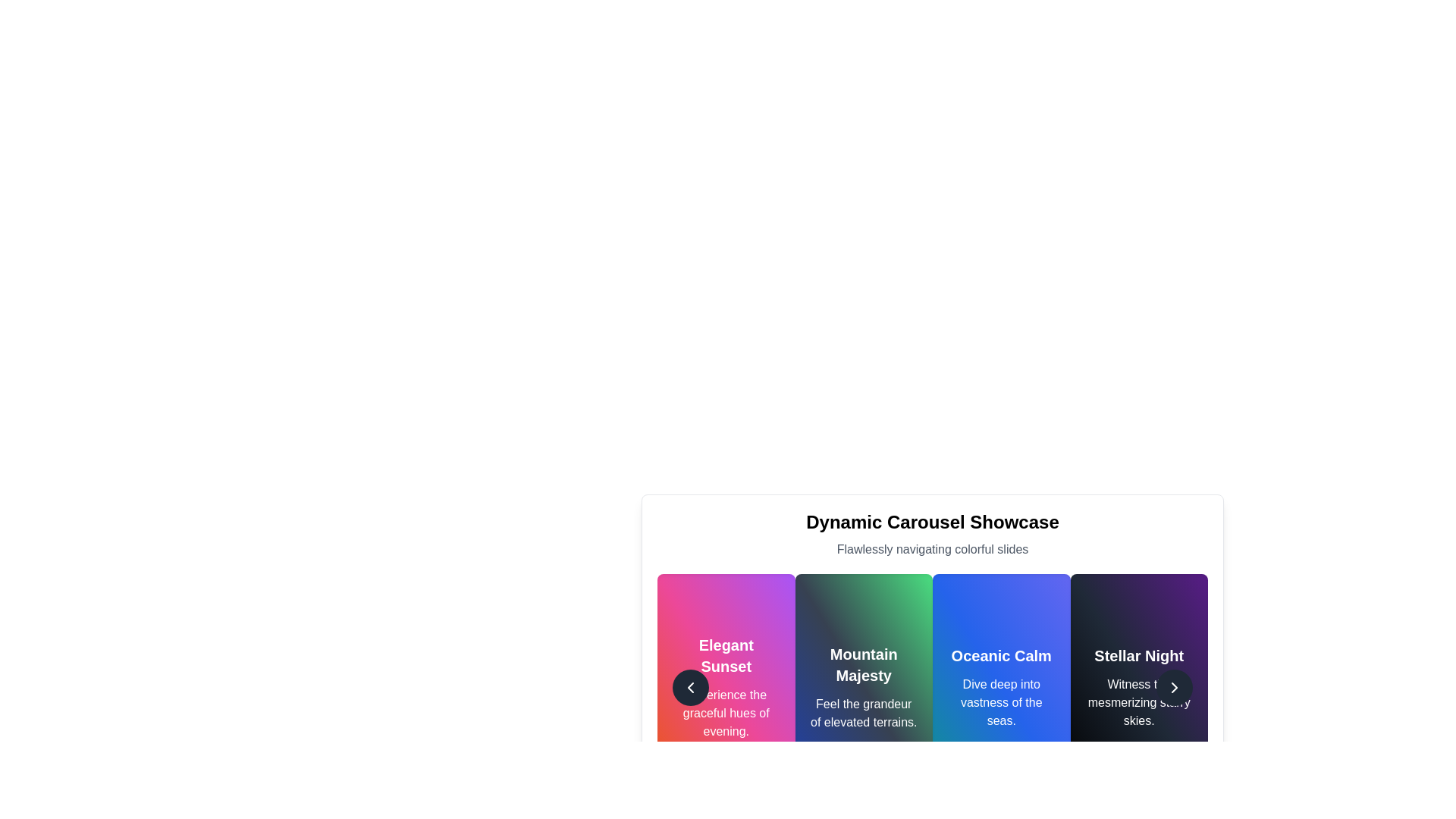  I want to click on the button that navigates to the previous item in the carousel, positioned to the left of the 'Elegant Sunset' card, so click(690, 687).